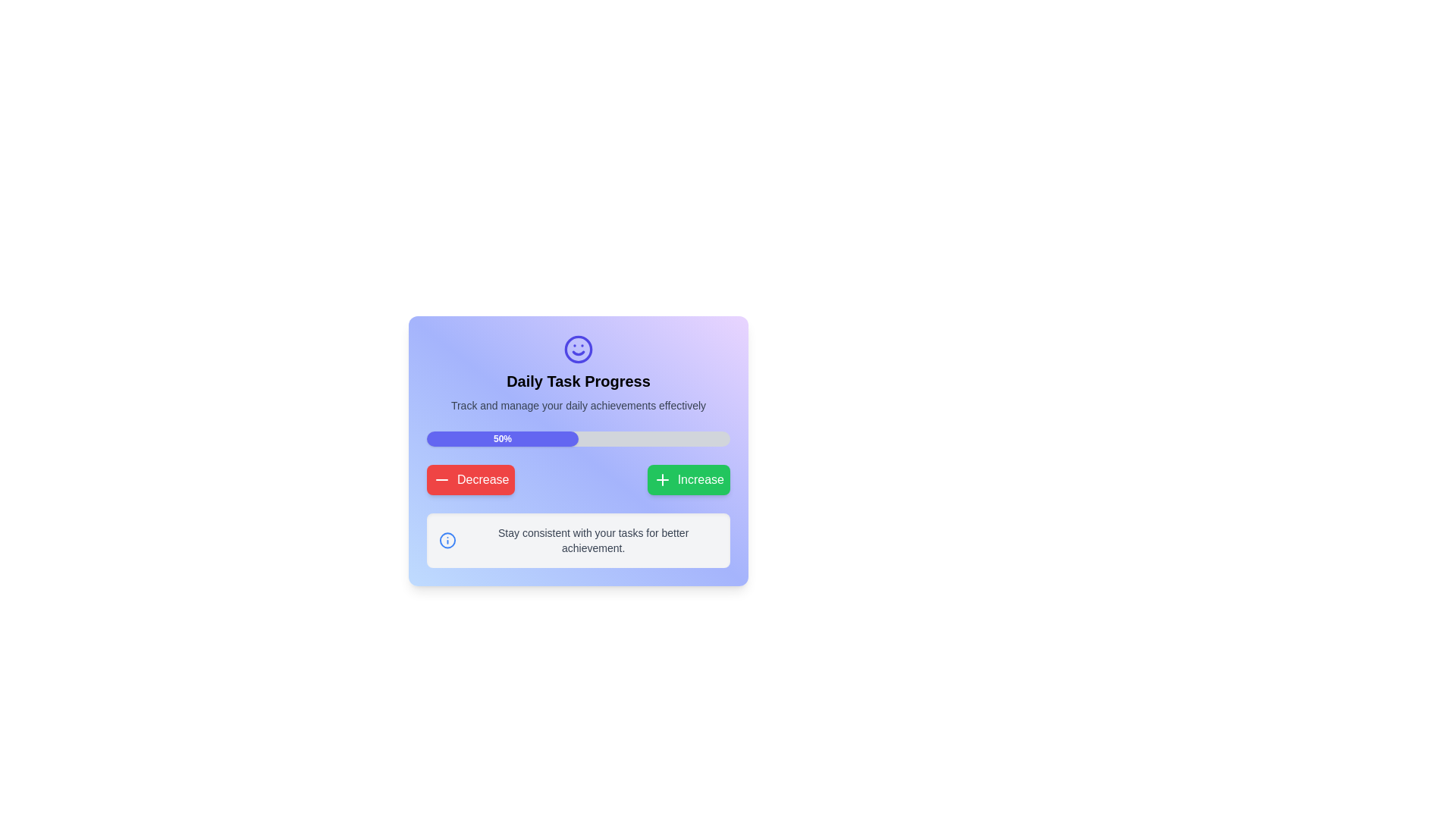 The width and height of the screenshot is (1456, 819). Describe the element at coordinates (578, 438) in the screenshot. I see `the horizontal progress bar indicating 50% completion, which is centrally located under the title 'Daily Task Progress' and above the 'Decrease' and 'Increase' buttons` at that location.